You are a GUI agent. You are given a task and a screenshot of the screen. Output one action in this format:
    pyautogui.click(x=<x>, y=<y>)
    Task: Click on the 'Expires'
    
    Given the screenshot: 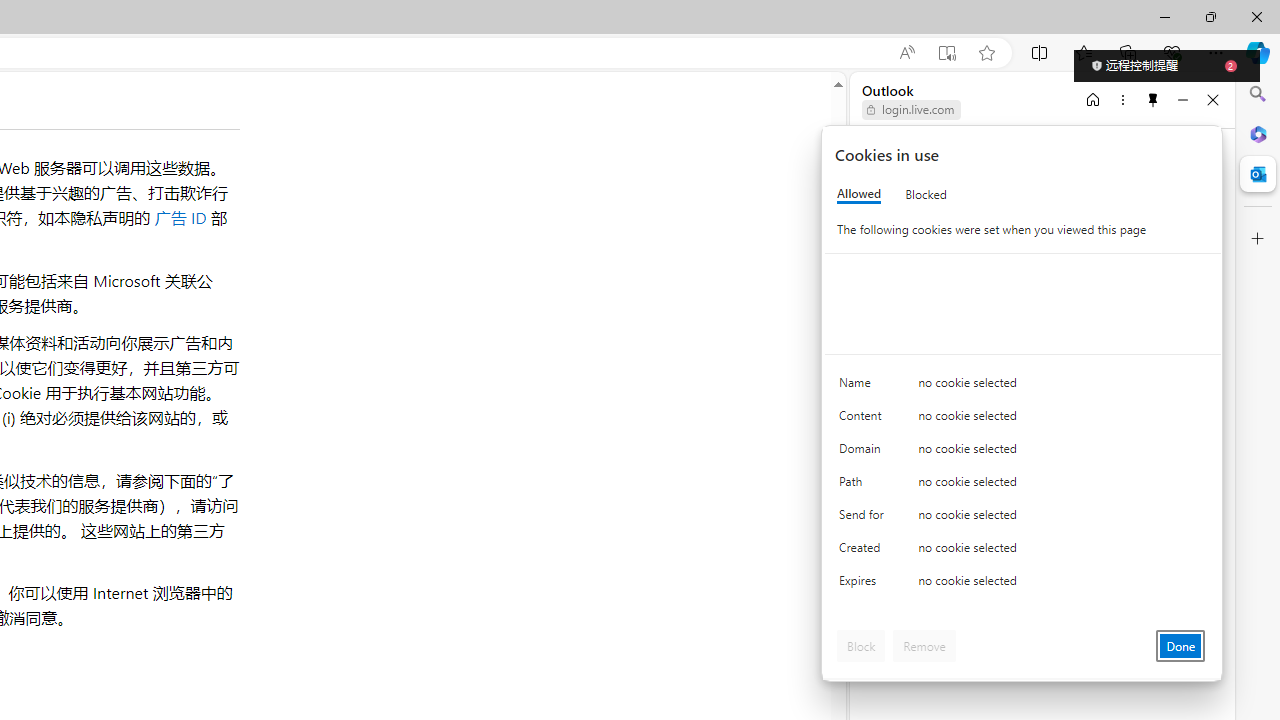 What is the action you would take?
    pyautogui.click(x=865, y=585)
    